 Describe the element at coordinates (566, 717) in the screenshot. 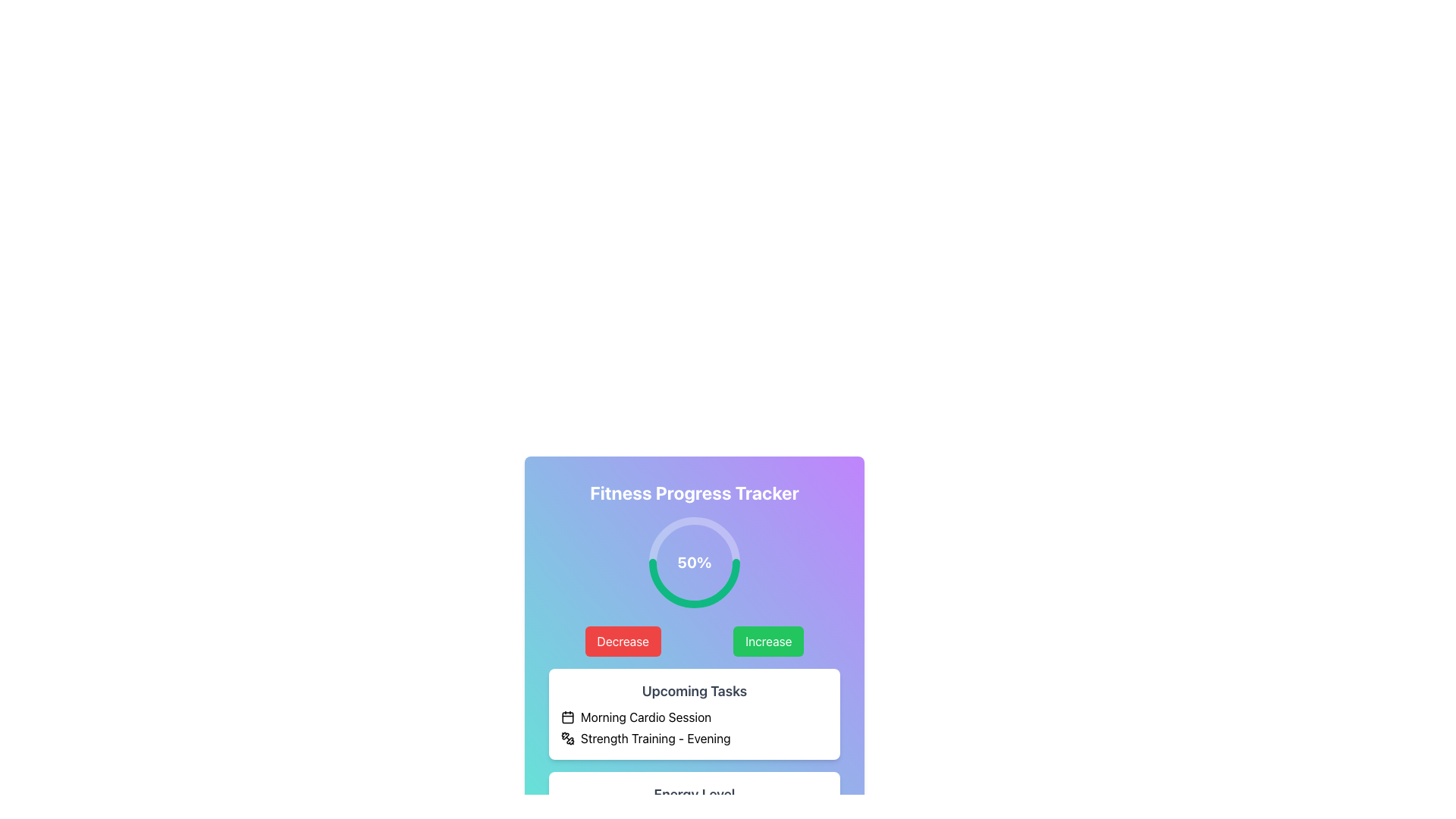

I see `the central graphical SVG rectangle of the calendar icon, which visually represents dates or scheduling, located near the 'Upcoming Tasks' header` at that location.